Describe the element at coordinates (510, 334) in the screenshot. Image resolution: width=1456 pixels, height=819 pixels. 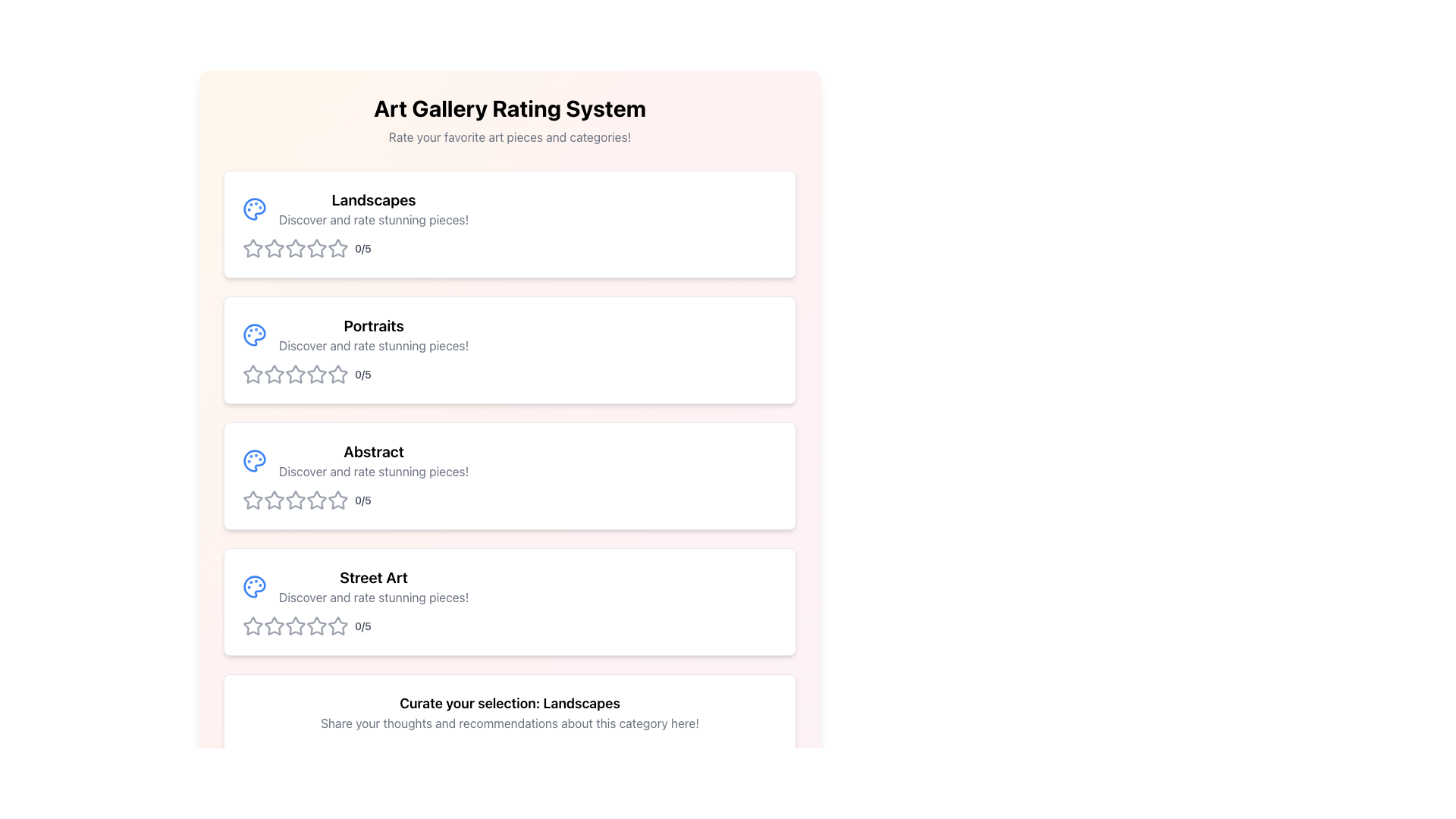
I see `the 'Portraits' category item, which is the second item in the list of categories, positioned below 'Landscapes' and above 'Abstract'` at that location.